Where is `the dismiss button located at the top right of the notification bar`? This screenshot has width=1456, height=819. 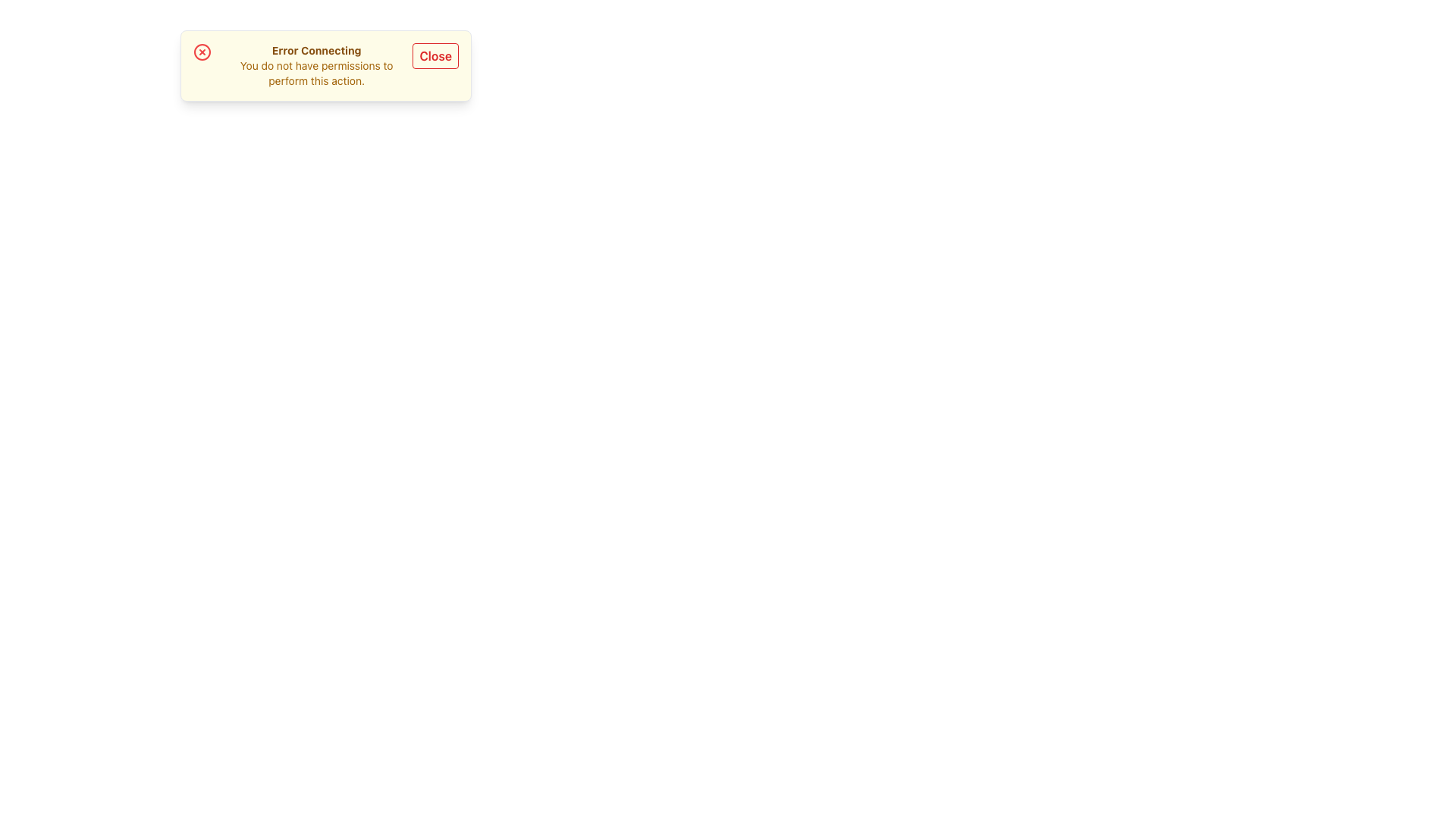 the dismiss button located at the top right of the notification bar is located at coordinates (435, 65).